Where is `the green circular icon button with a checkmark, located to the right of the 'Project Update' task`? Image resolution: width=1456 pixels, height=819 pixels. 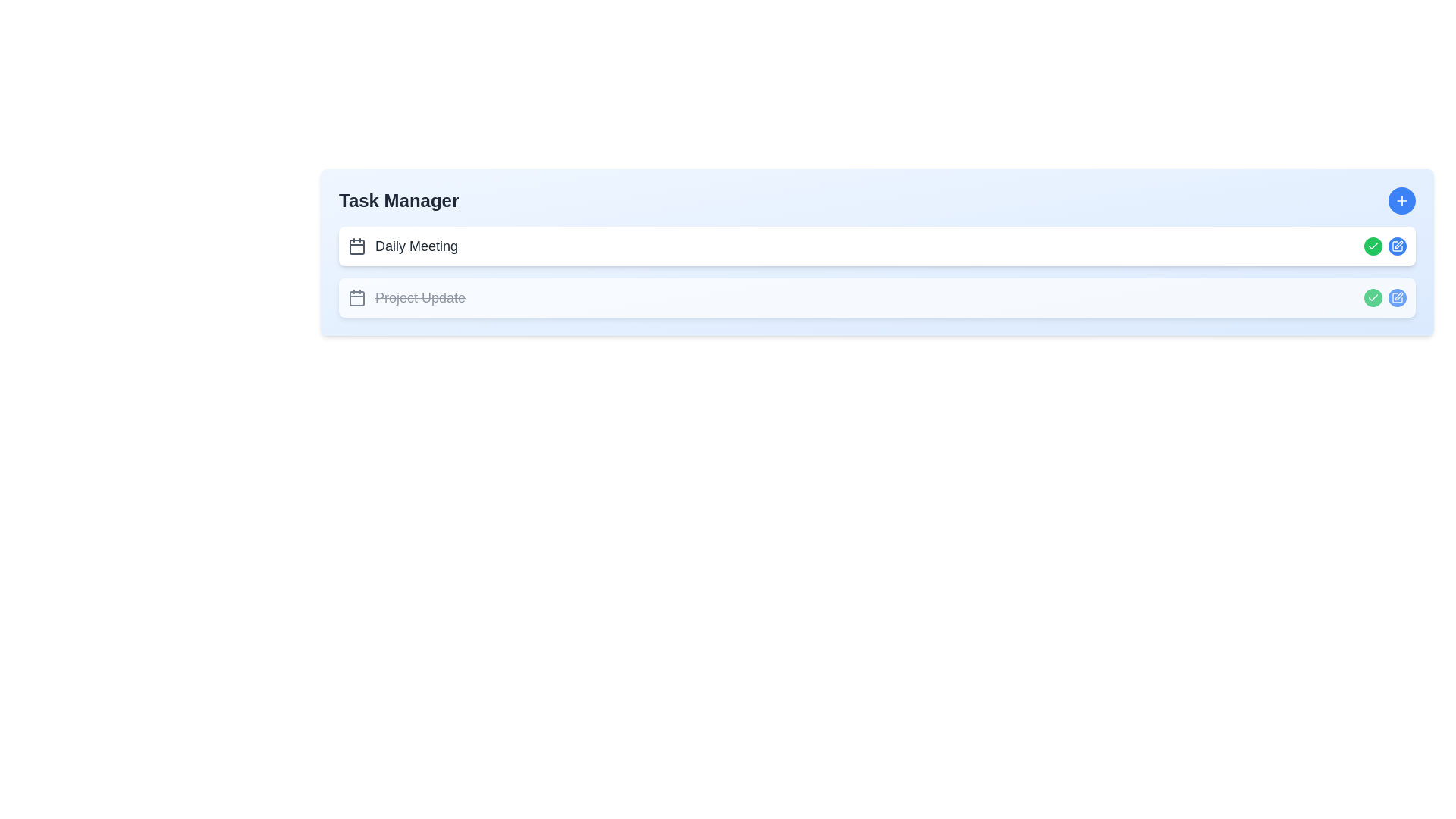 the green circular icon button with a checkmark, located to the right of the 'Project Update' task is located at coordinates (1373, 245).